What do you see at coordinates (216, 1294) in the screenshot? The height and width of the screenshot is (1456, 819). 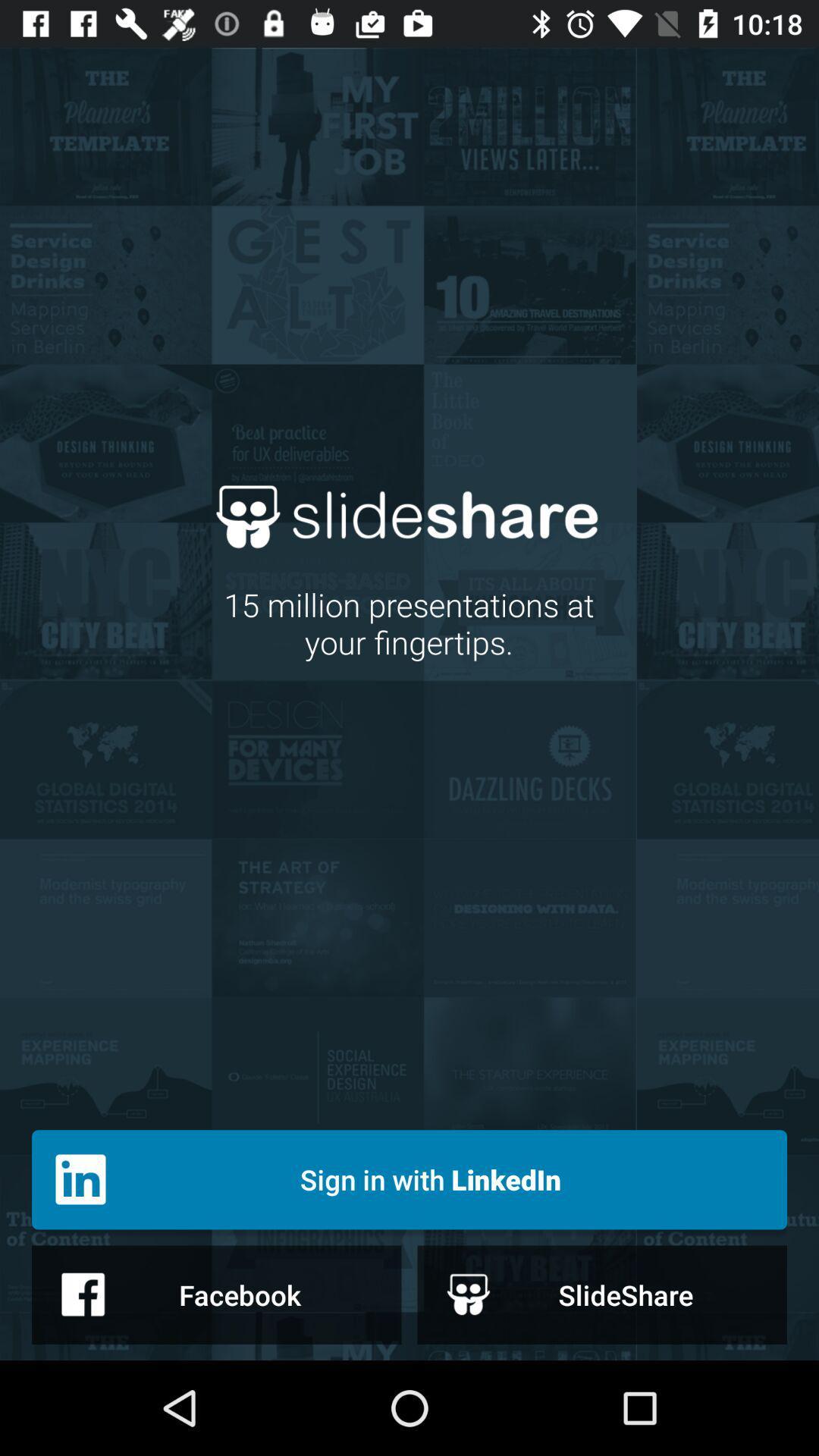 I see `the facebook icon` at bounding box center [216, 1294].